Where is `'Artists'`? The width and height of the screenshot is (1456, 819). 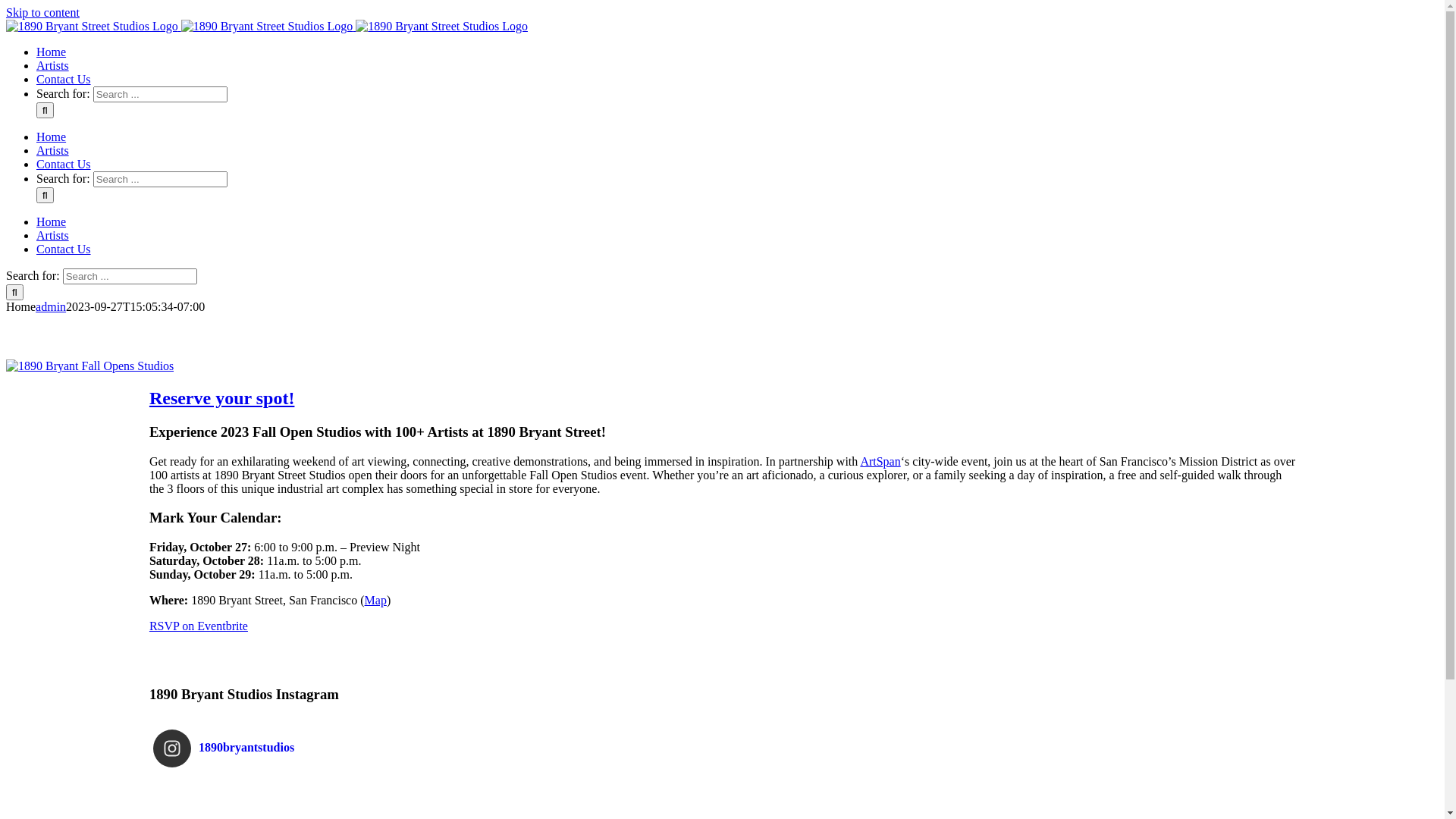 'Artists' is located at coordinates (52, 235).